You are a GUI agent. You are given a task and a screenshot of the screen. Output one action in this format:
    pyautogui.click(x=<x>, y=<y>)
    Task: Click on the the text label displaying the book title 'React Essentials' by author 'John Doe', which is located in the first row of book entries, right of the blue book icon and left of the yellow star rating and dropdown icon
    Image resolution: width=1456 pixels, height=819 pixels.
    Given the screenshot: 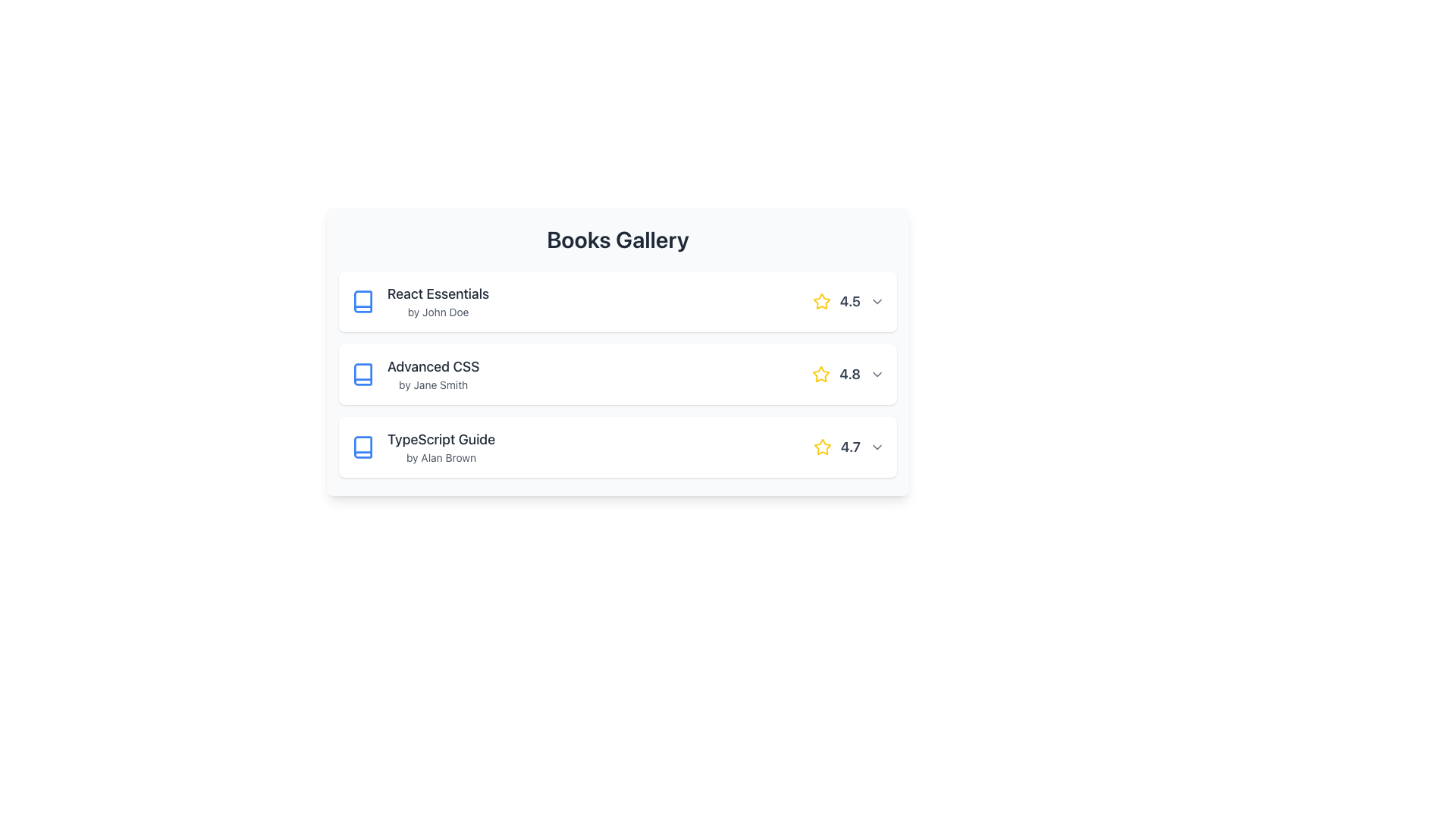 What is the action you would take?
    pyautogui.click(x=438, y=301)
    